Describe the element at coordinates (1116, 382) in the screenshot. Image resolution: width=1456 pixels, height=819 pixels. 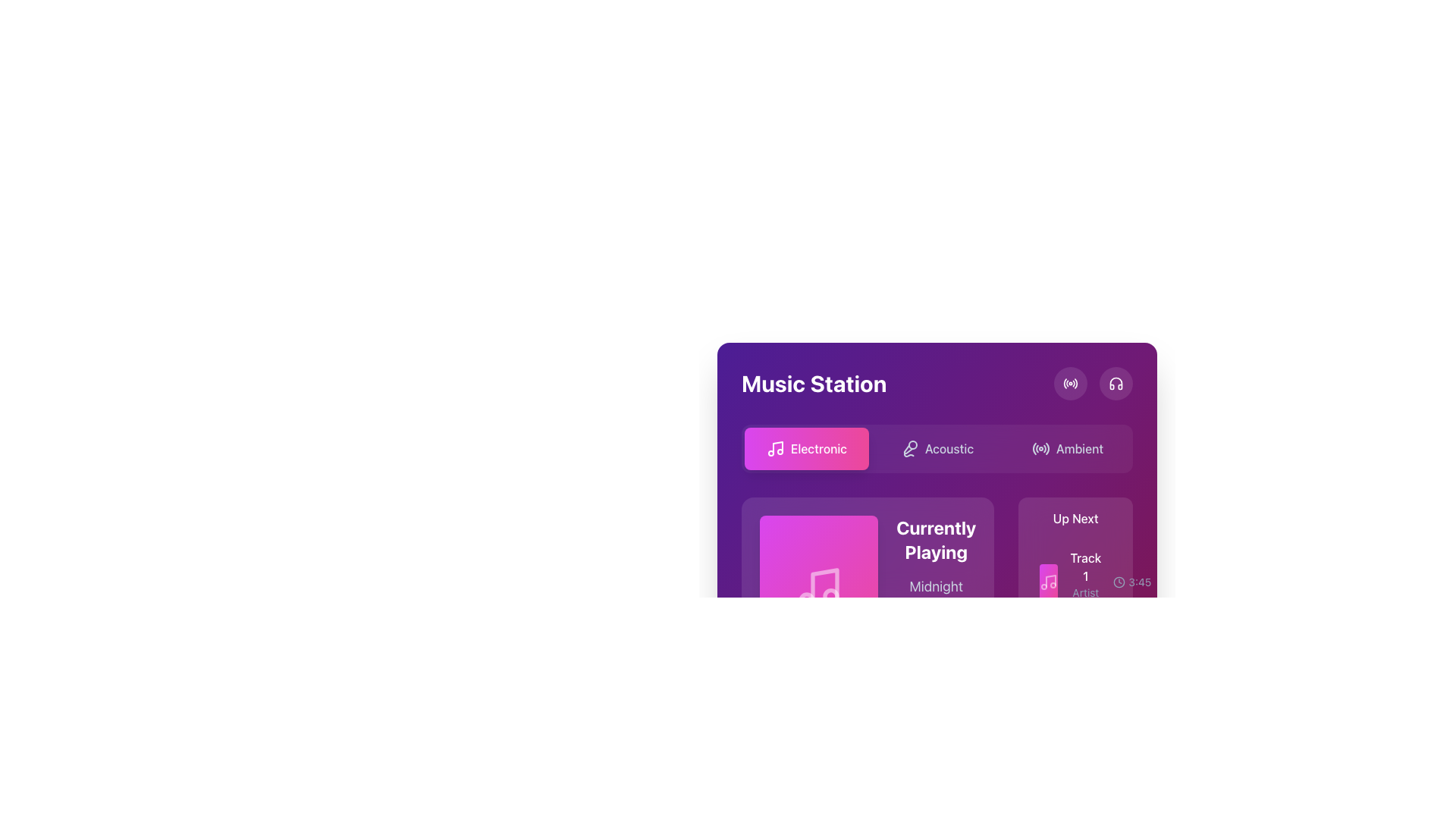
I see `the headphones icon located in the top-right corner of the interface` at that location.